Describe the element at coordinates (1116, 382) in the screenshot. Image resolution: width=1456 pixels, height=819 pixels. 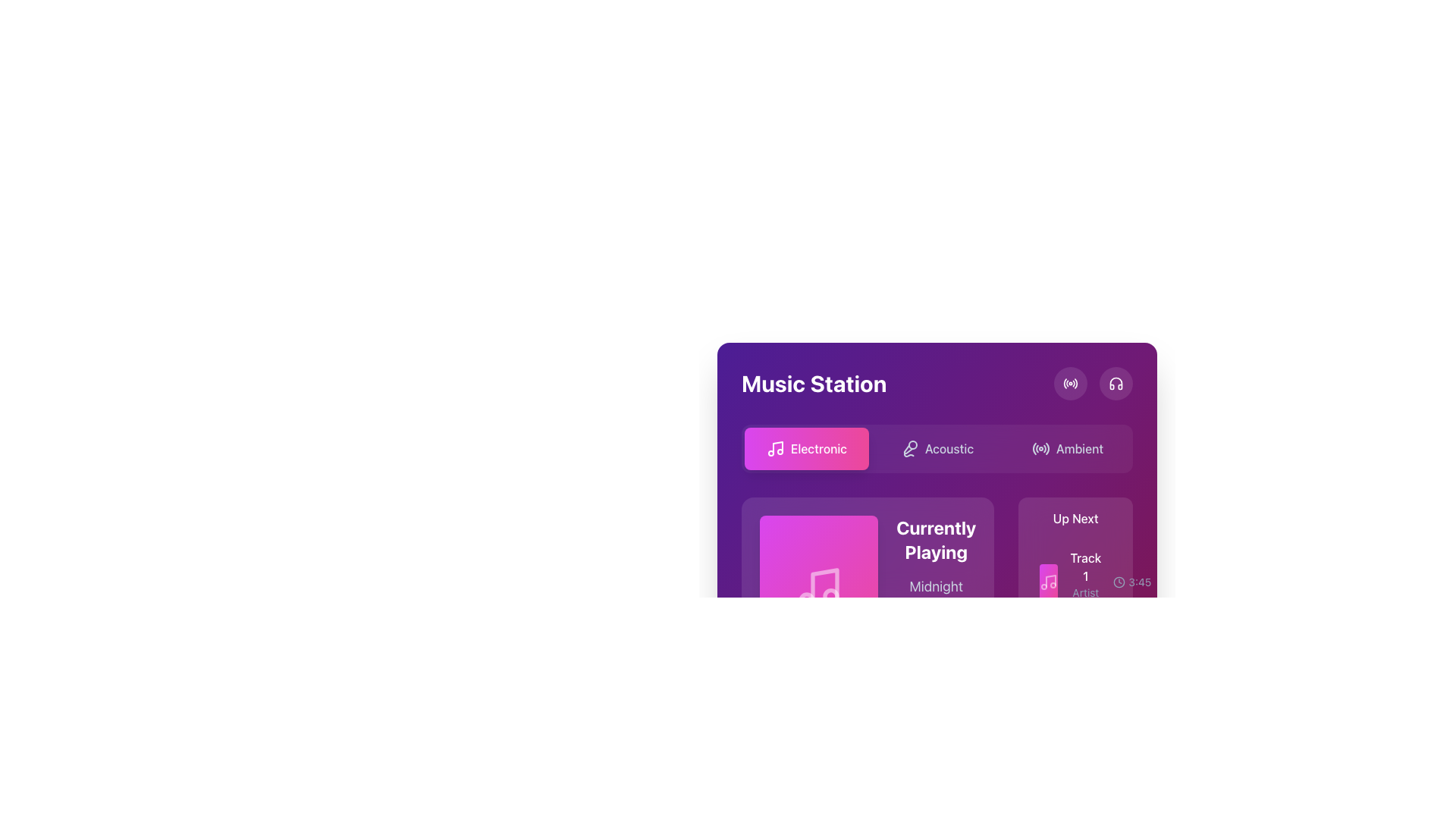
I see `the headphones icon located in the top-right corner of the interface` at that location.